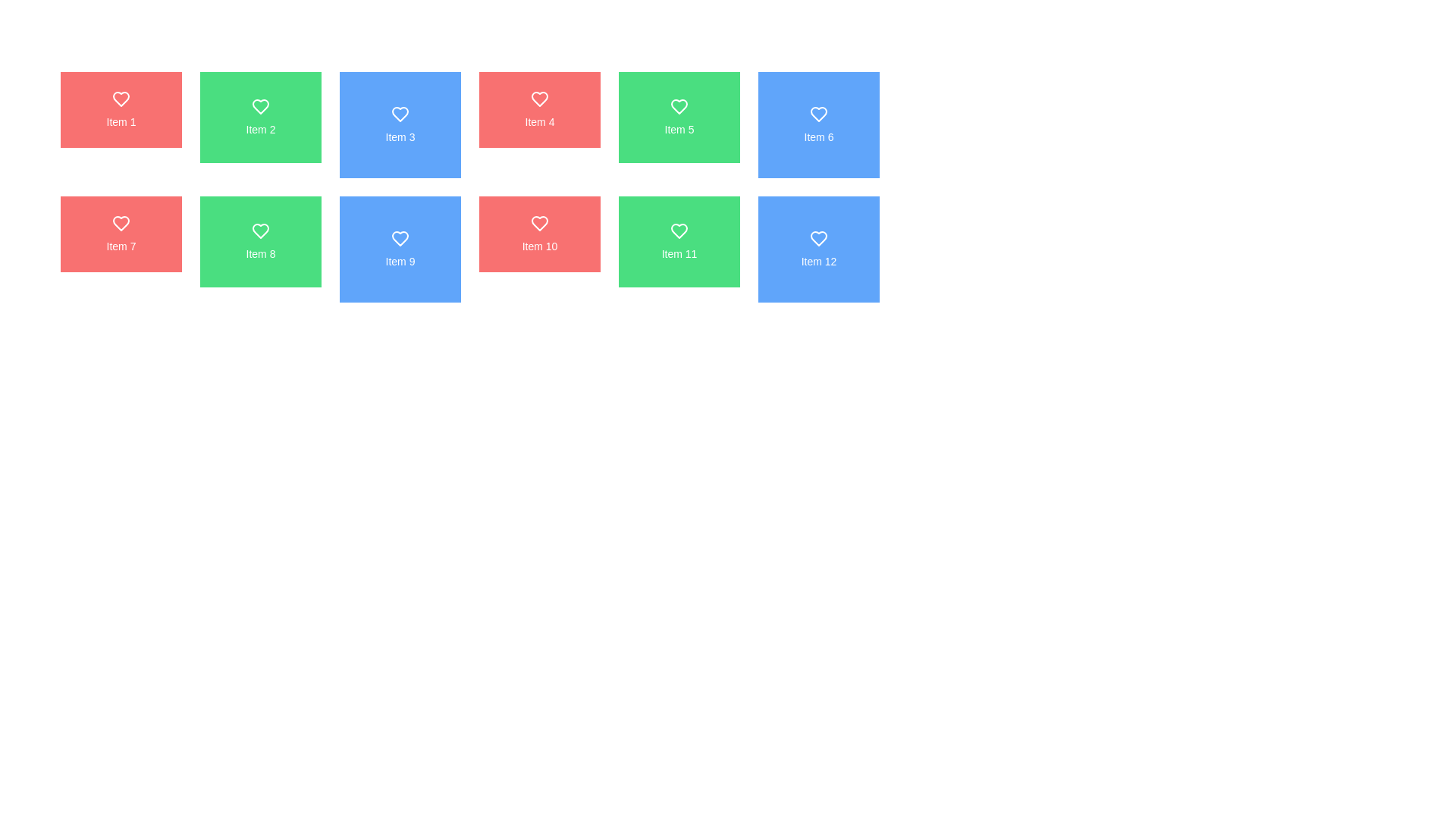 This screenshot has width=1456, height=819. What do you see at coordinates (679, 106) in the screenshot?
I see `the heart-shaped SVG icon located in the fifth square from the left in the top row of a green grid labeled 'Item 5'` at bounding box center [679, 106].